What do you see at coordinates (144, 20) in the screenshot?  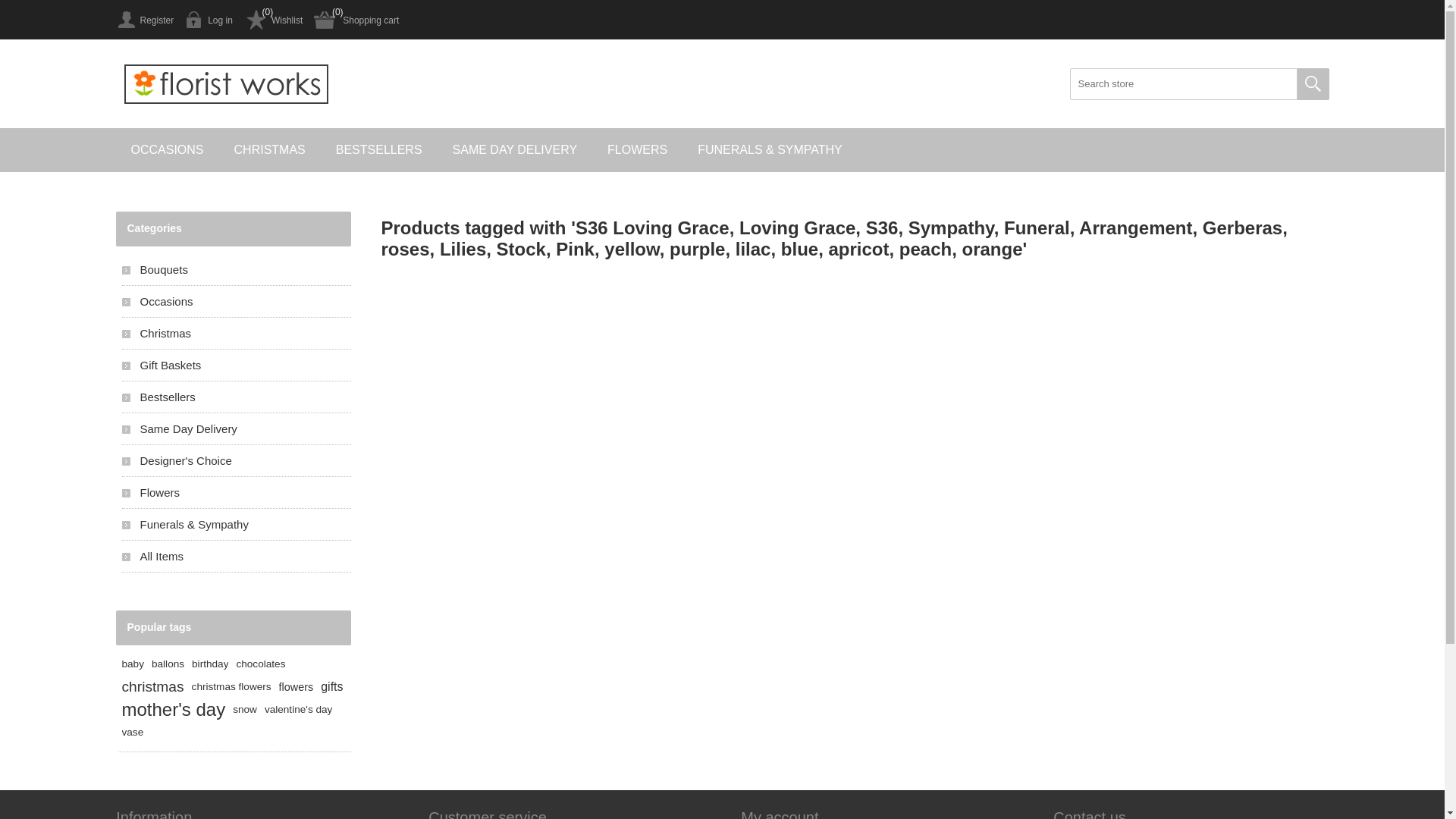 I see `'Register'` at bounding box center [144, 20].